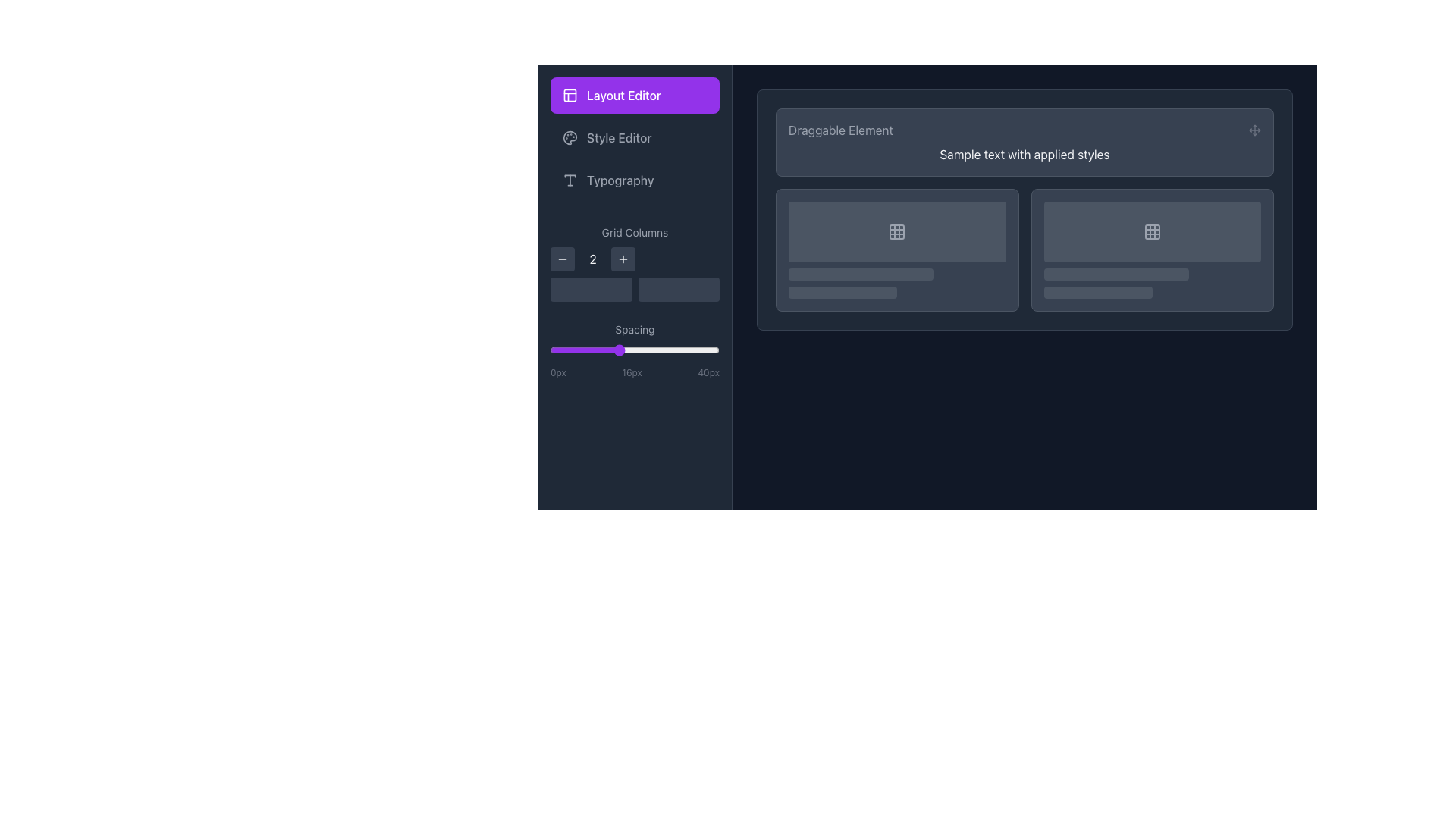  What do you see at coordinates (635, 373) in the screenshot?
I see `the Text label group containing the values '0px', '16px', and '40px', which is located below the 'Spacing' slider component` at bounding box center [635, 373].